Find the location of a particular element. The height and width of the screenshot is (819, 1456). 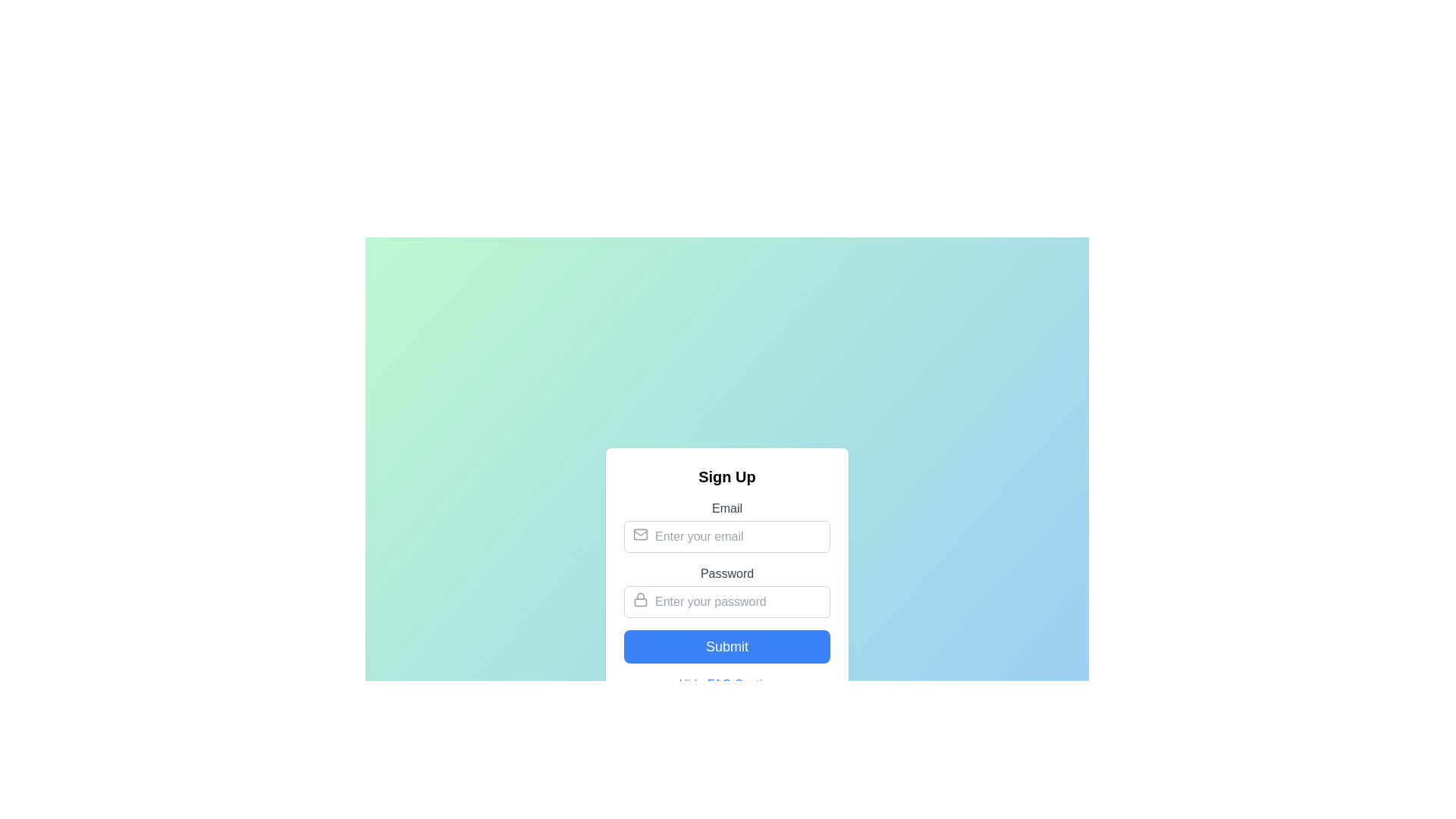

the static text header element that reads 'Sign Up', which is bold and centered, positioned above the 'Email' label in a card layout is located at coordinates (726, 475).